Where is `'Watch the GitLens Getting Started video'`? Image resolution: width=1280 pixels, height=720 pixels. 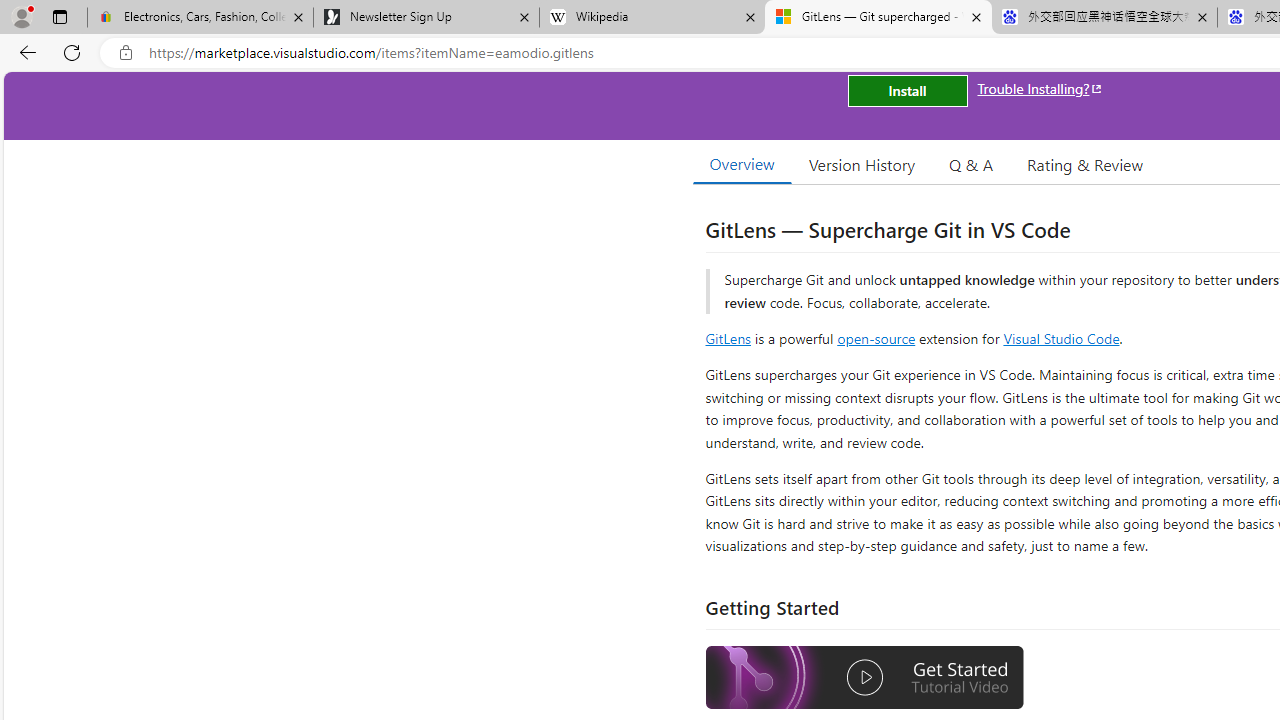 'Watch the GitLens Getting Started video' is located at coordinates (865, 679).